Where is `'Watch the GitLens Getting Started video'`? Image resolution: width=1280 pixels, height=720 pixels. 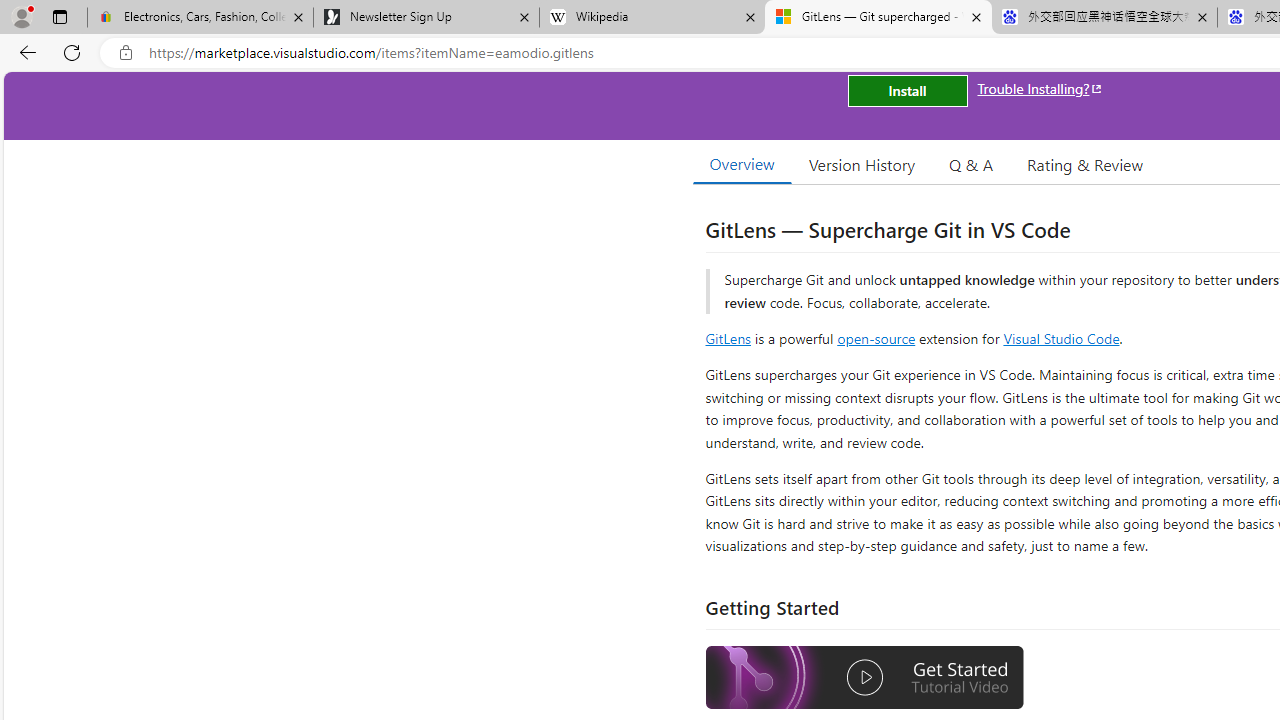 'Watch the GitLens Getting Started video' is located at coordinates (865, 679).